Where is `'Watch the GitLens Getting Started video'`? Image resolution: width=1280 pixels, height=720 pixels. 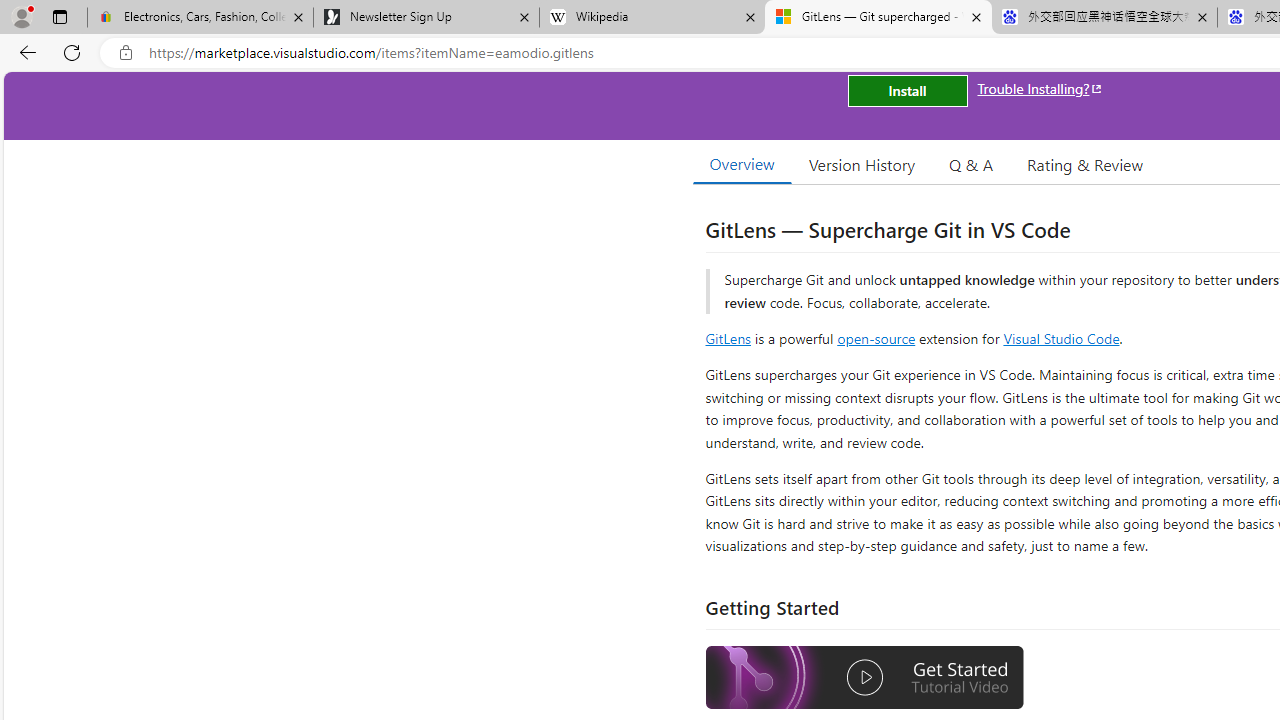 'Watch the GitLens Getting Started video' is located at coordinates (865, 679).